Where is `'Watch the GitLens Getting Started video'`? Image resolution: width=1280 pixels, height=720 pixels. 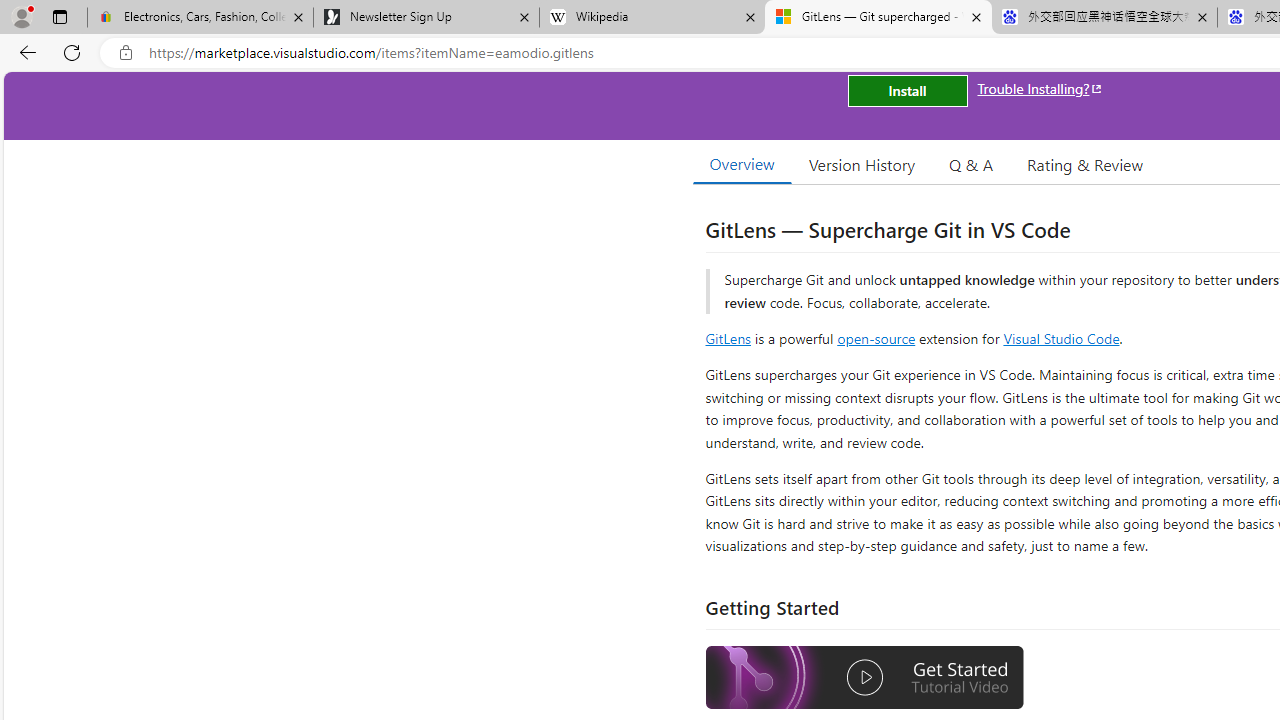 'Watch the GitLens Getting Started video' is located at coordinates (865, 679).